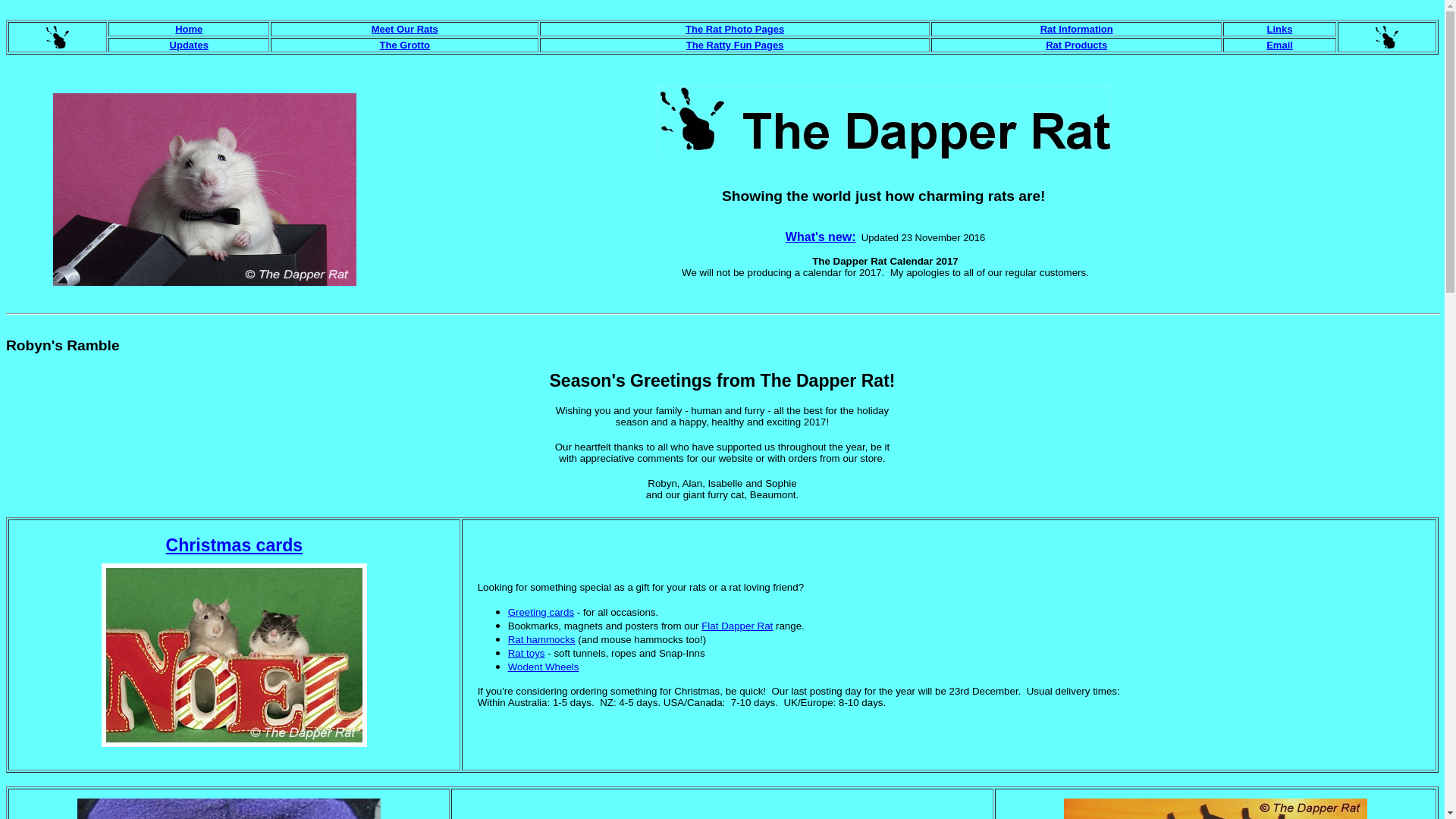  I want to click on 'Meet Our Rats', so click(404, 29).